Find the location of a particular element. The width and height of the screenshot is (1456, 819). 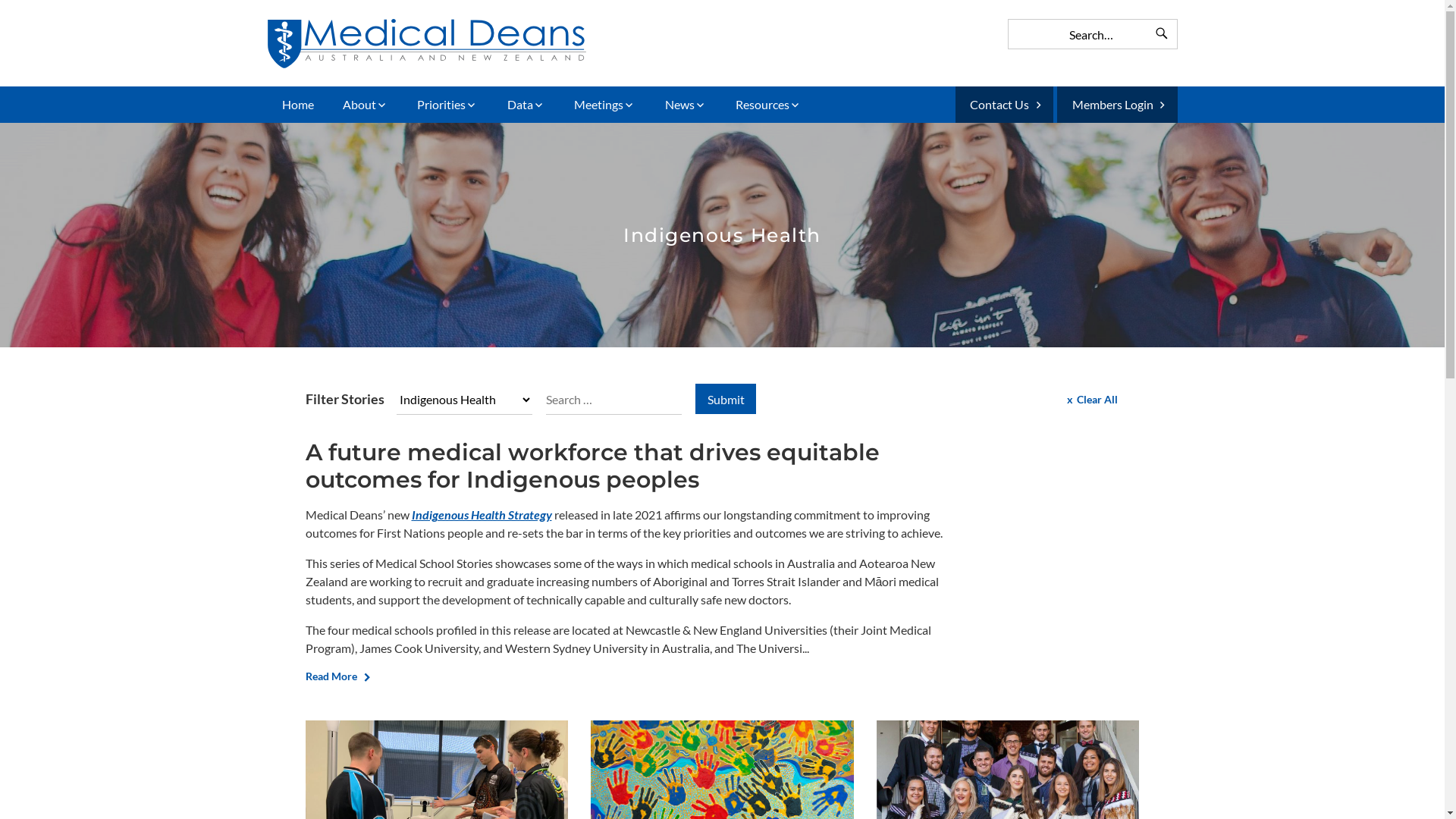

'About' is located at coordinates (365, 104).